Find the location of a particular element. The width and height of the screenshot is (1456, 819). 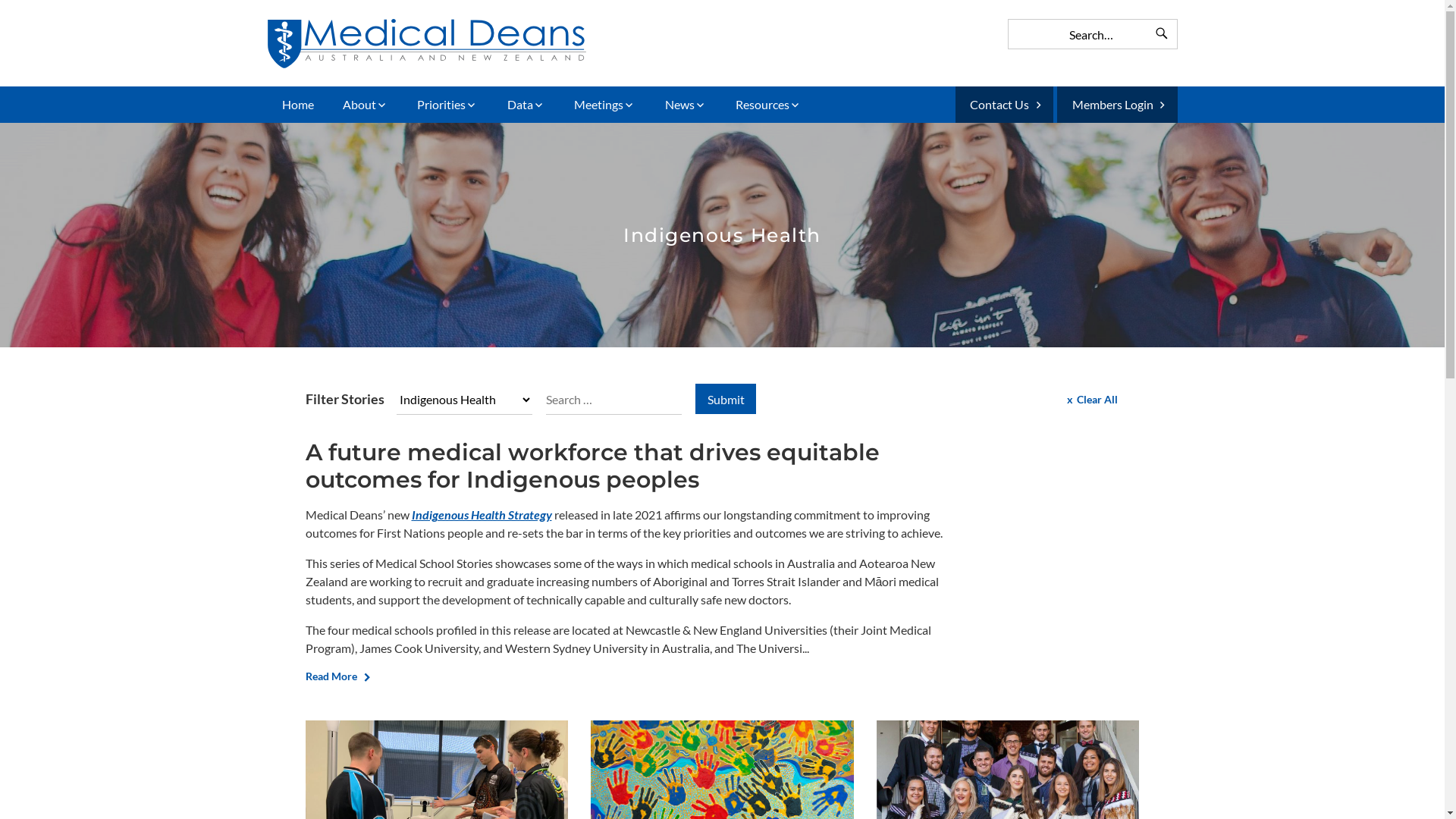

'About' is located at coordinates (365, 104).